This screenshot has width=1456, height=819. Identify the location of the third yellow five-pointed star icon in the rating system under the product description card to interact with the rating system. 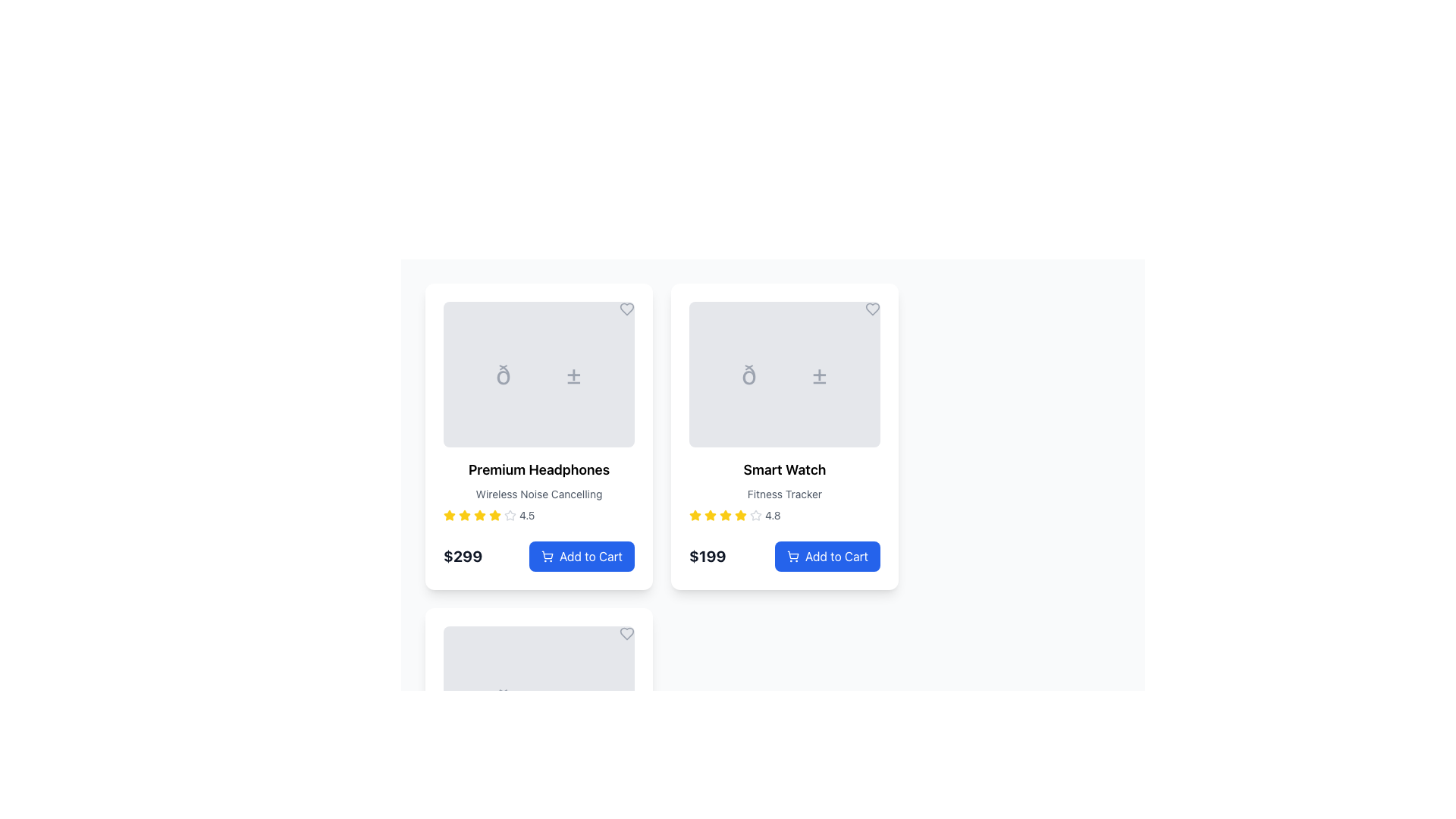
(494, 514).